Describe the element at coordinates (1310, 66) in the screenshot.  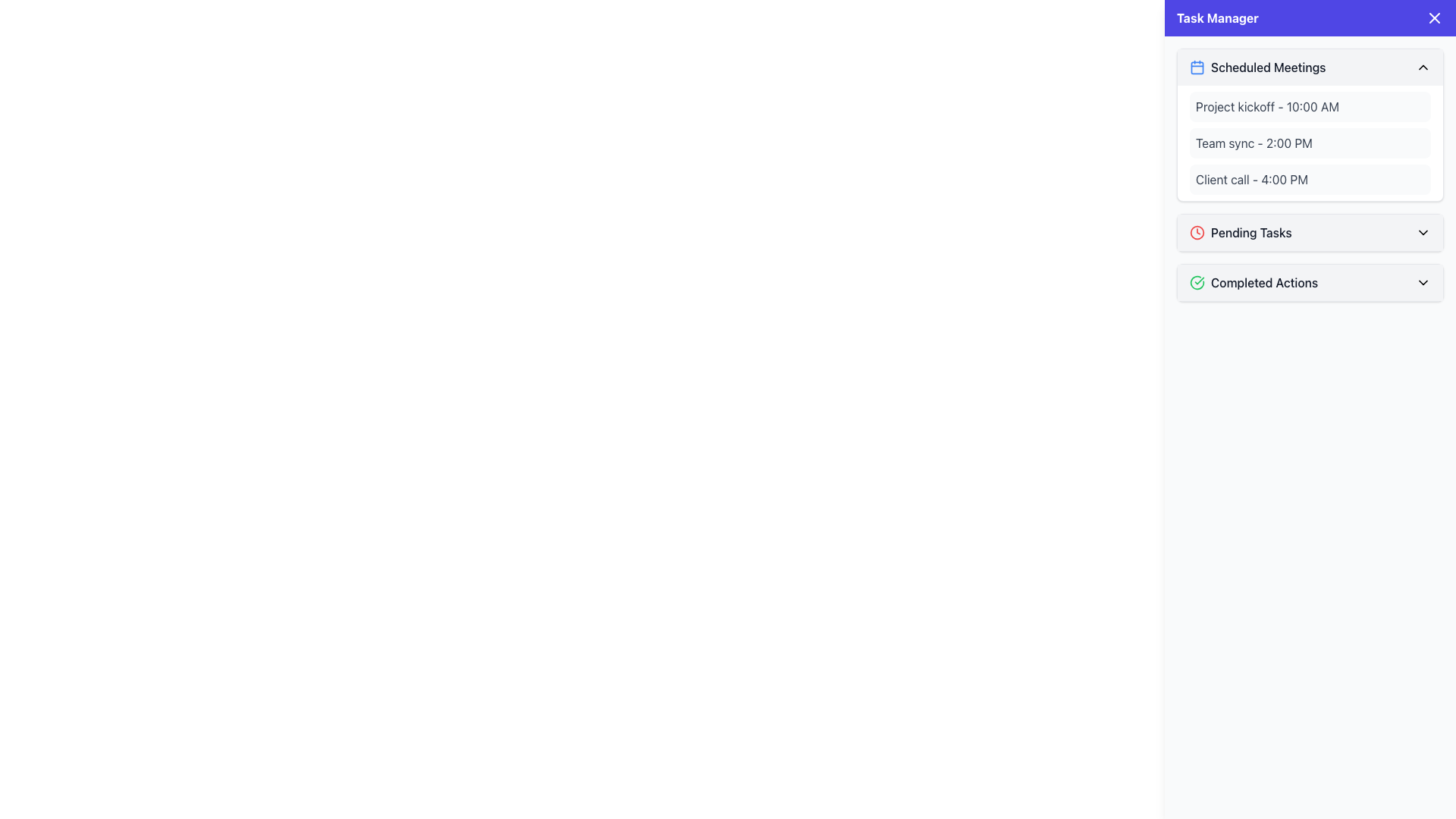
I see `the Toggle Header located at the top of the right-hand sidebar` at that location.